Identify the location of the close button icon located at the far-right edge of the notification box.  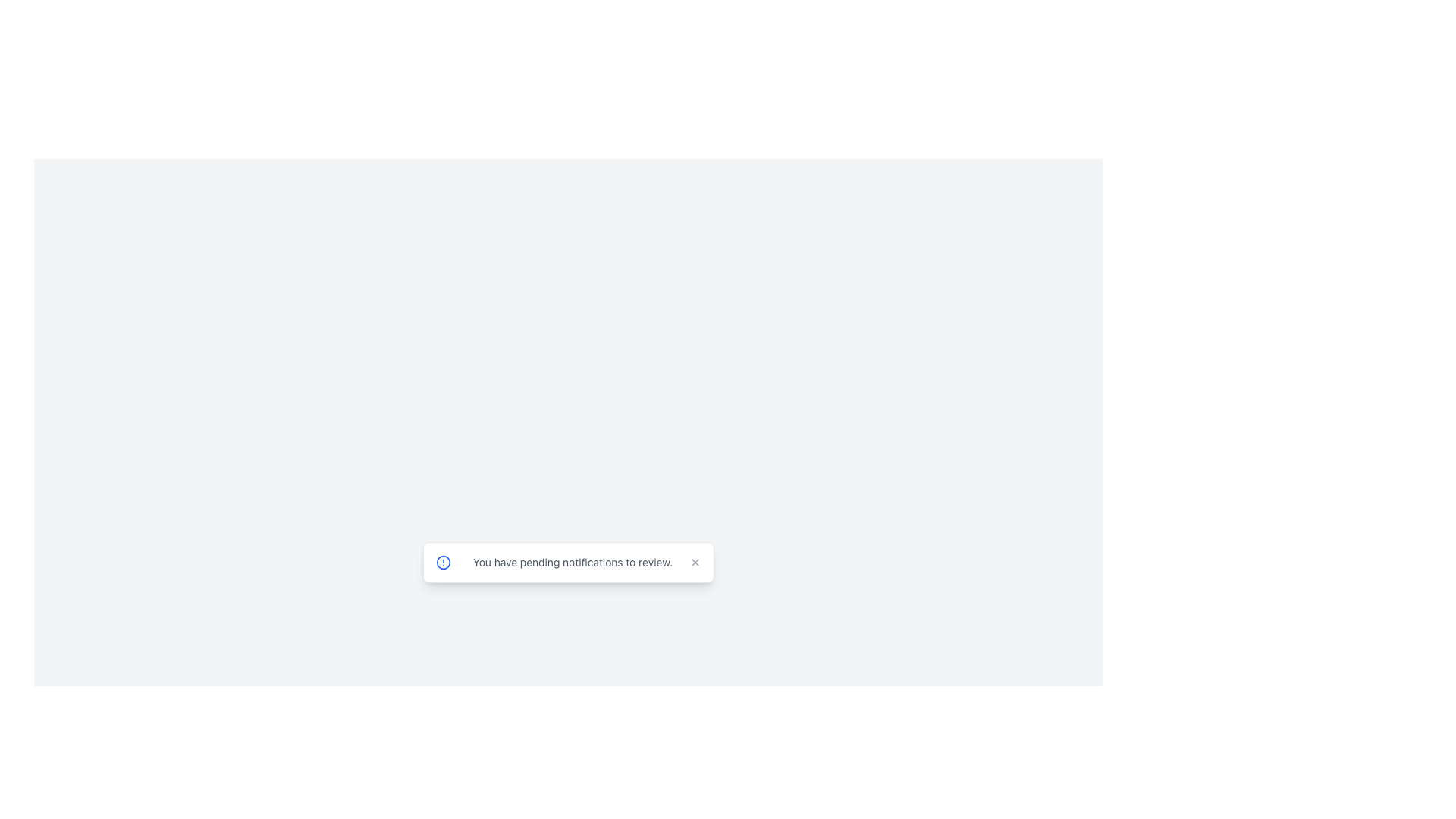
(694, 562).